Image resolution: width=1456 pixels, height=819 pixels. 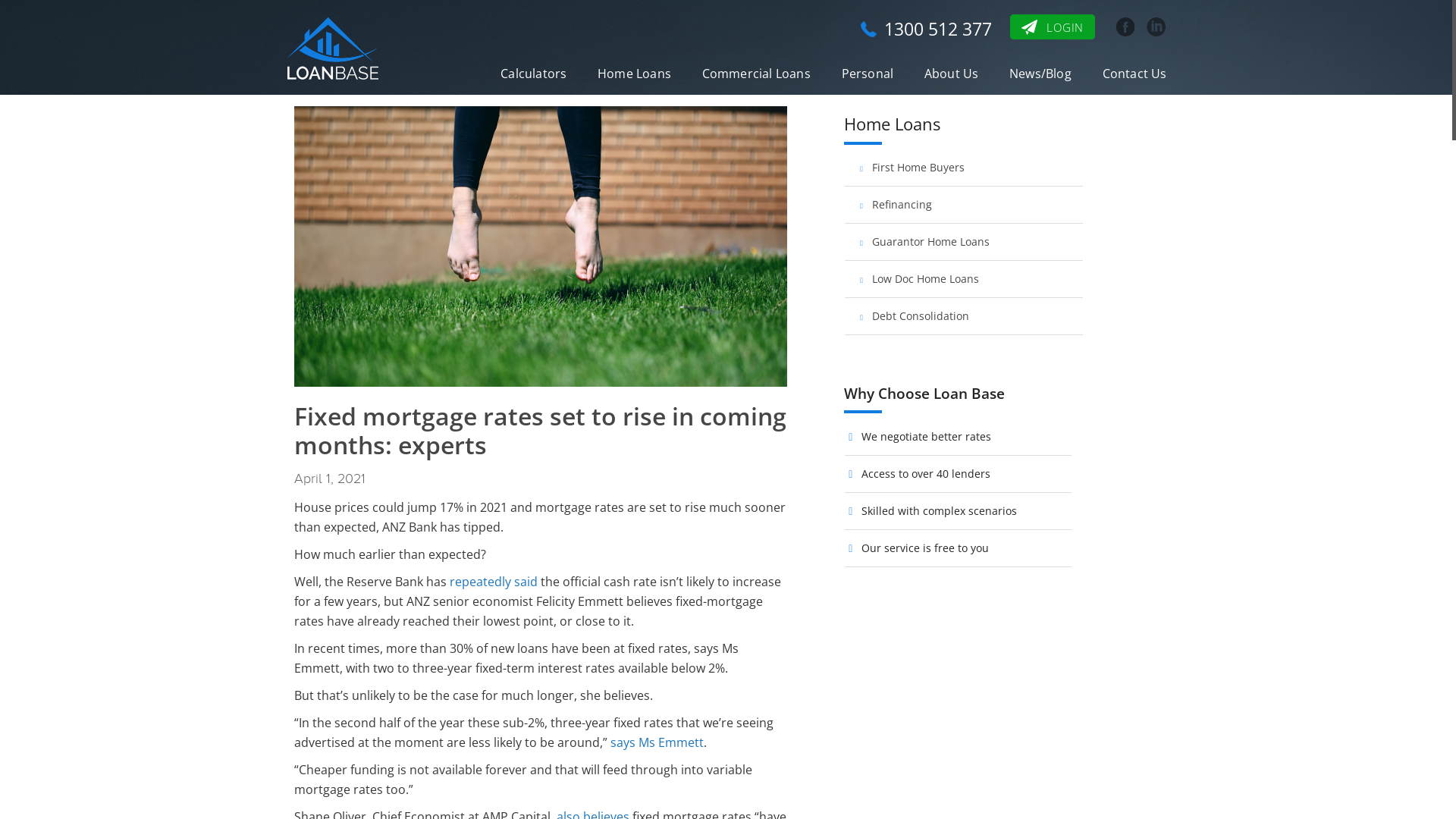 What do you see at coordinates (756, 73) in the screenshot?
I see `'Commercial Loans'` at bounding box center [756, 73].